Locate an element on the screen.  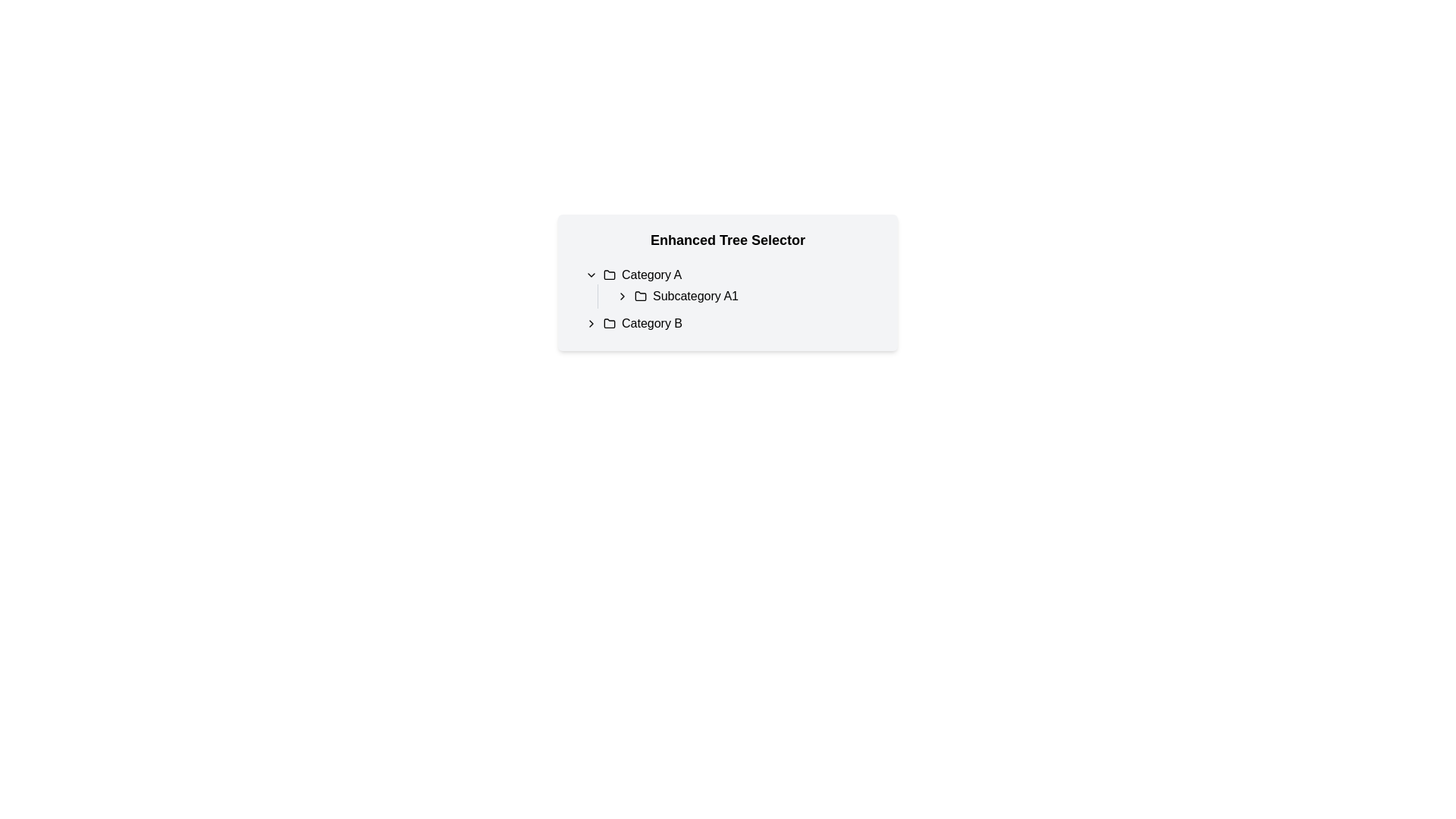
the folder icon representing 'Category B' is located at coordinates (610, 322).